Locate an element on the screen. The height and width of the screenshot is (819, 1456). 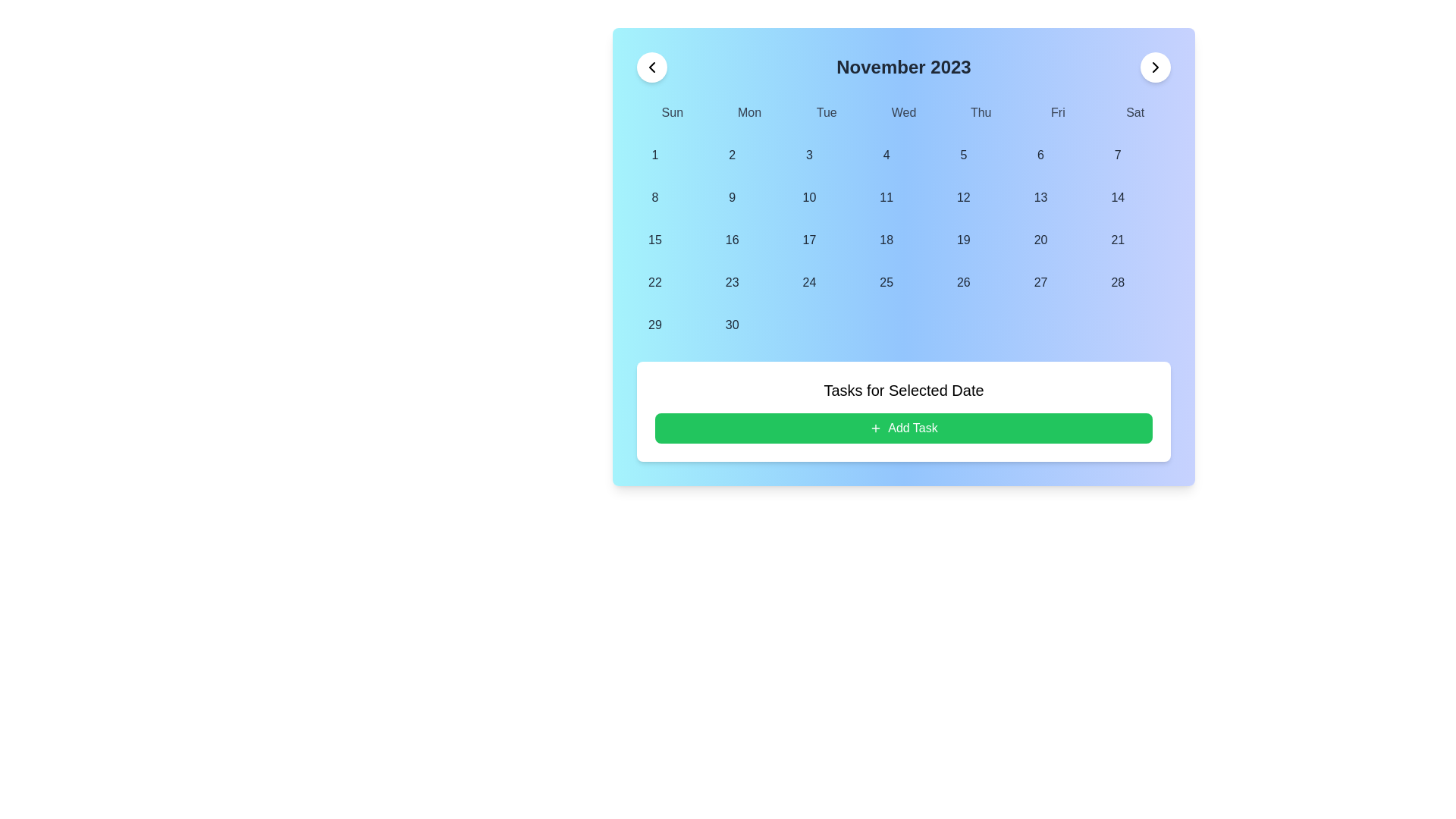
the square-shaped blue button with rounded corners containing the numeral '15' is located at coordinates (655, 239).